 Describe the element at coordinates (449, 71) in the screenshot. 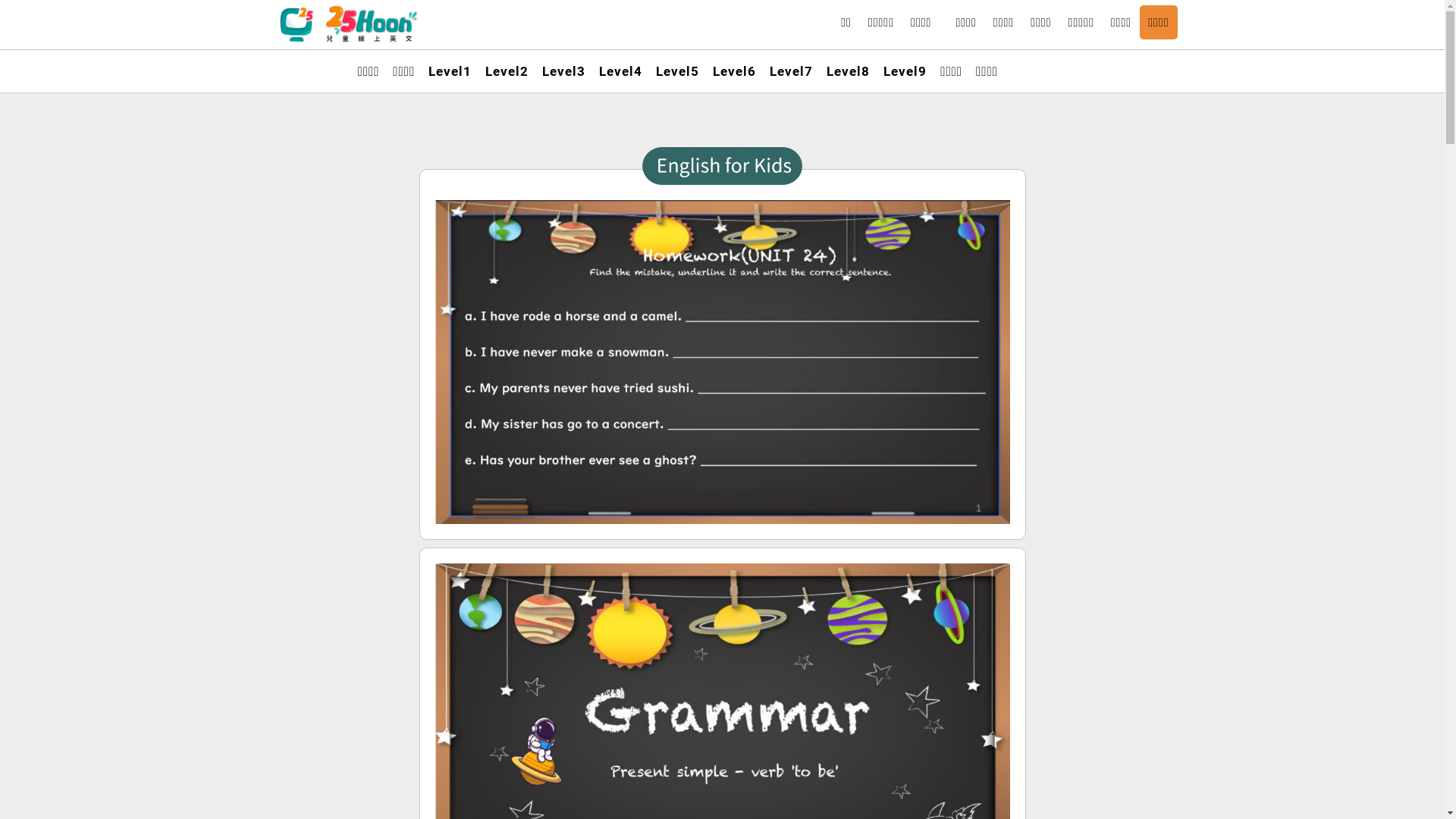

I see `'Level1'` at that location.